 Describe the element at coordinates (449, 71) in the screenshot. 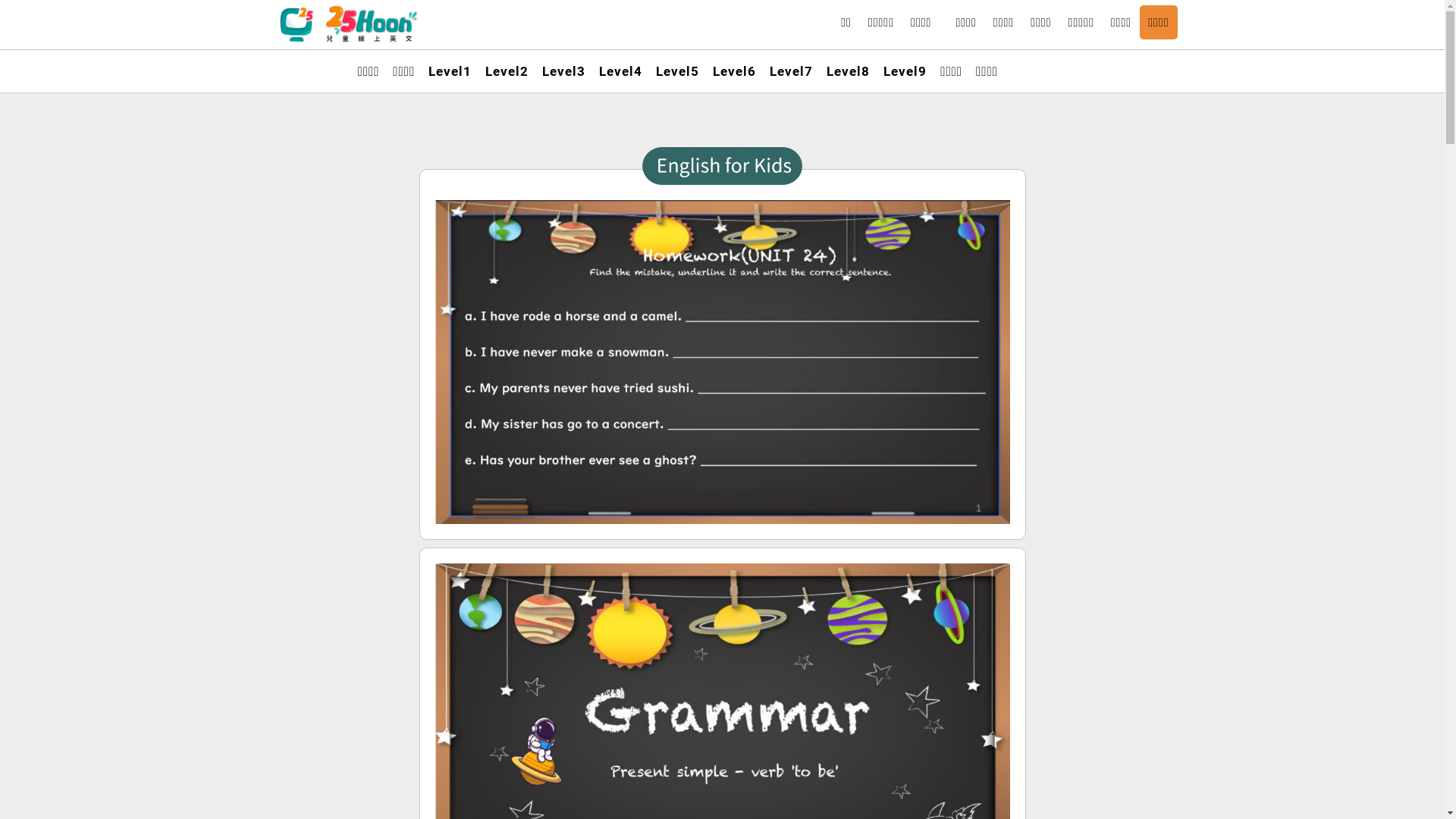

I see `'Level1'` at that location.